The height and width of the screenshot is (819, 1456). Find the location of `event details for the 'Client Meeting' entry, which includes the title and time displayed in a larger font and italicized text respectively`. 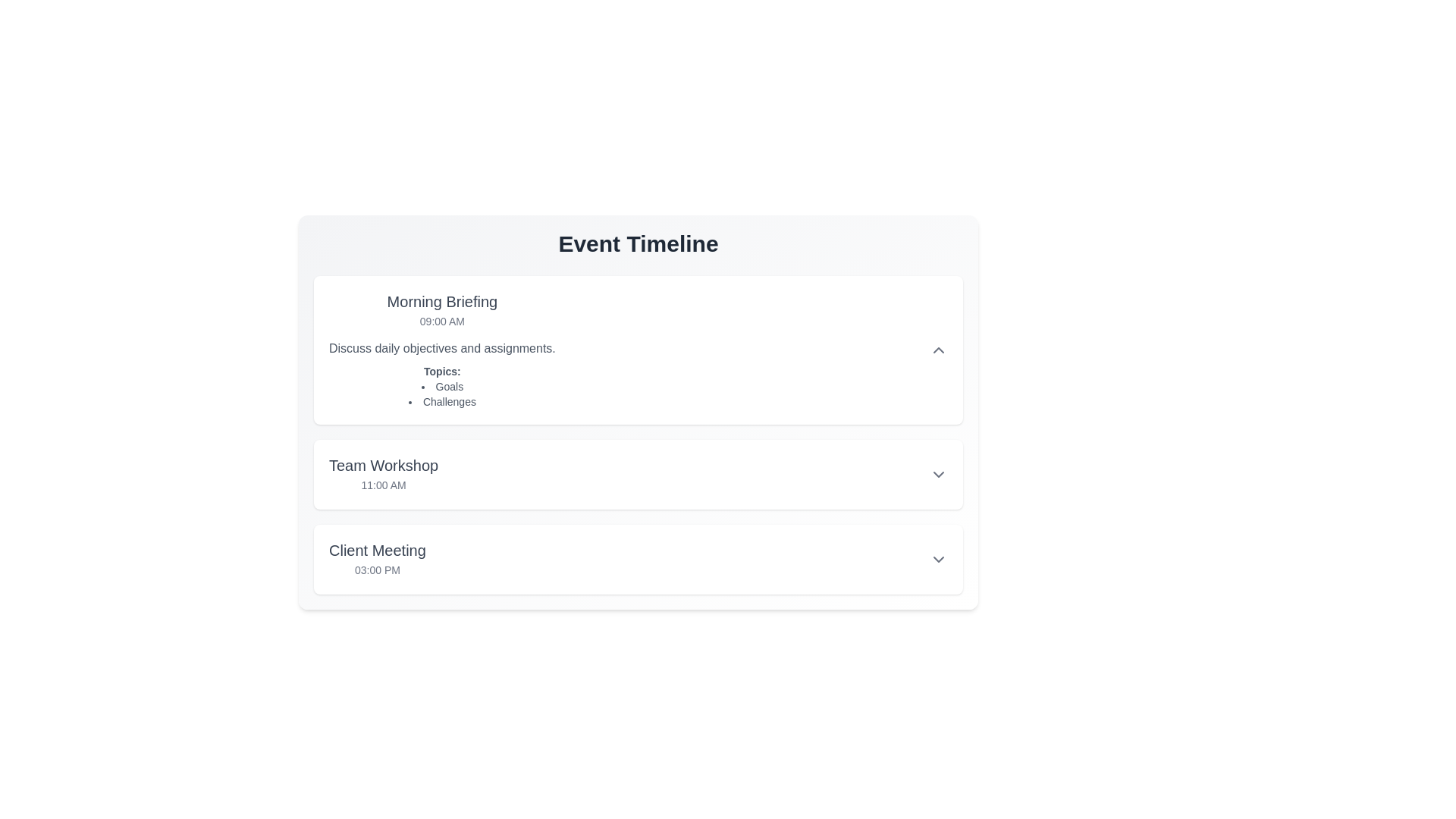

event details for the 'Client Meeting' entry, which includes the title and time displayed in a larger font and italicized text respectively is located at coordinates (377, 559).